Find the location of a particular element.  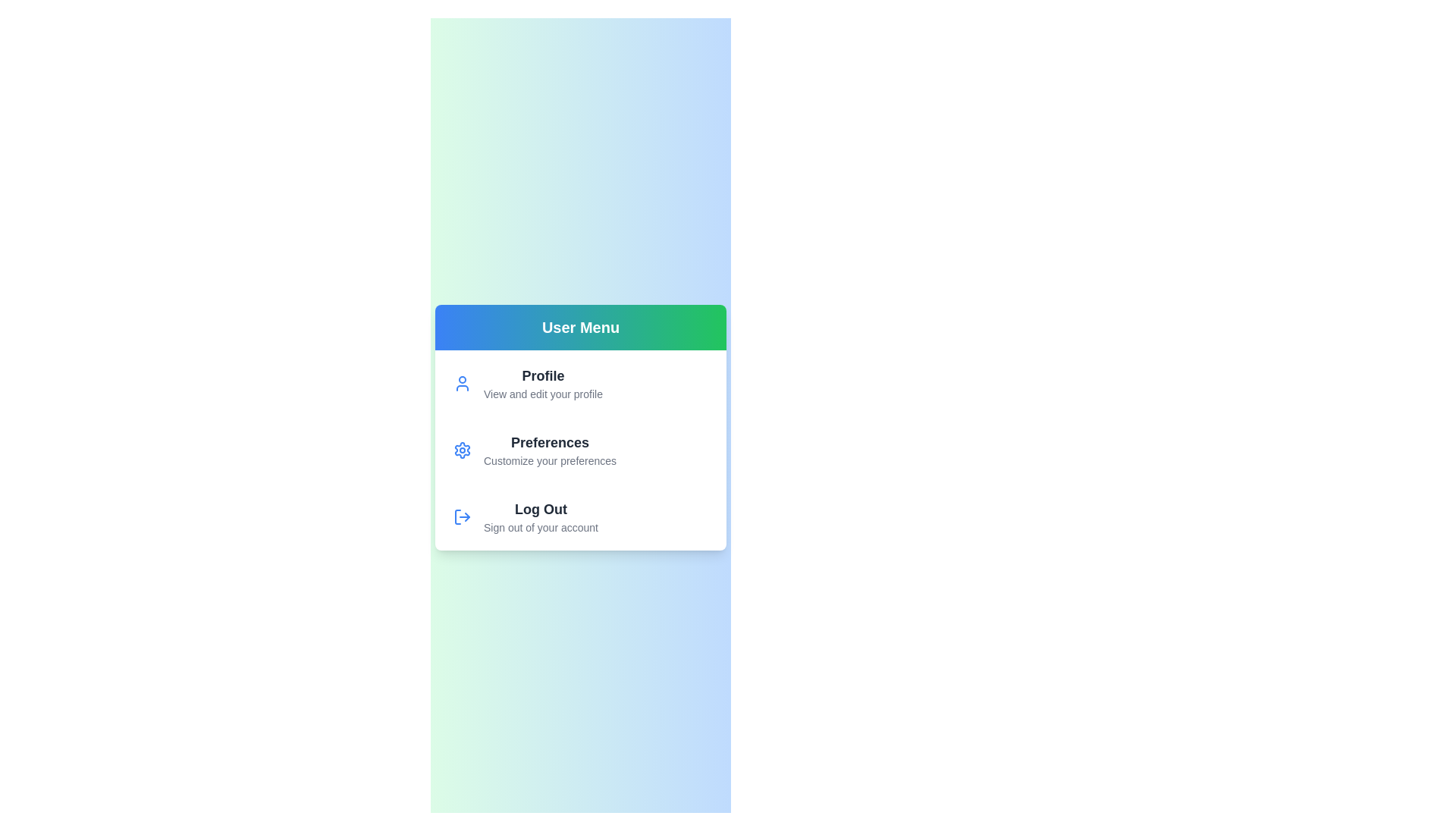

the 'Profile' option to view and edit the user profile is located at coordinates (542, 375).